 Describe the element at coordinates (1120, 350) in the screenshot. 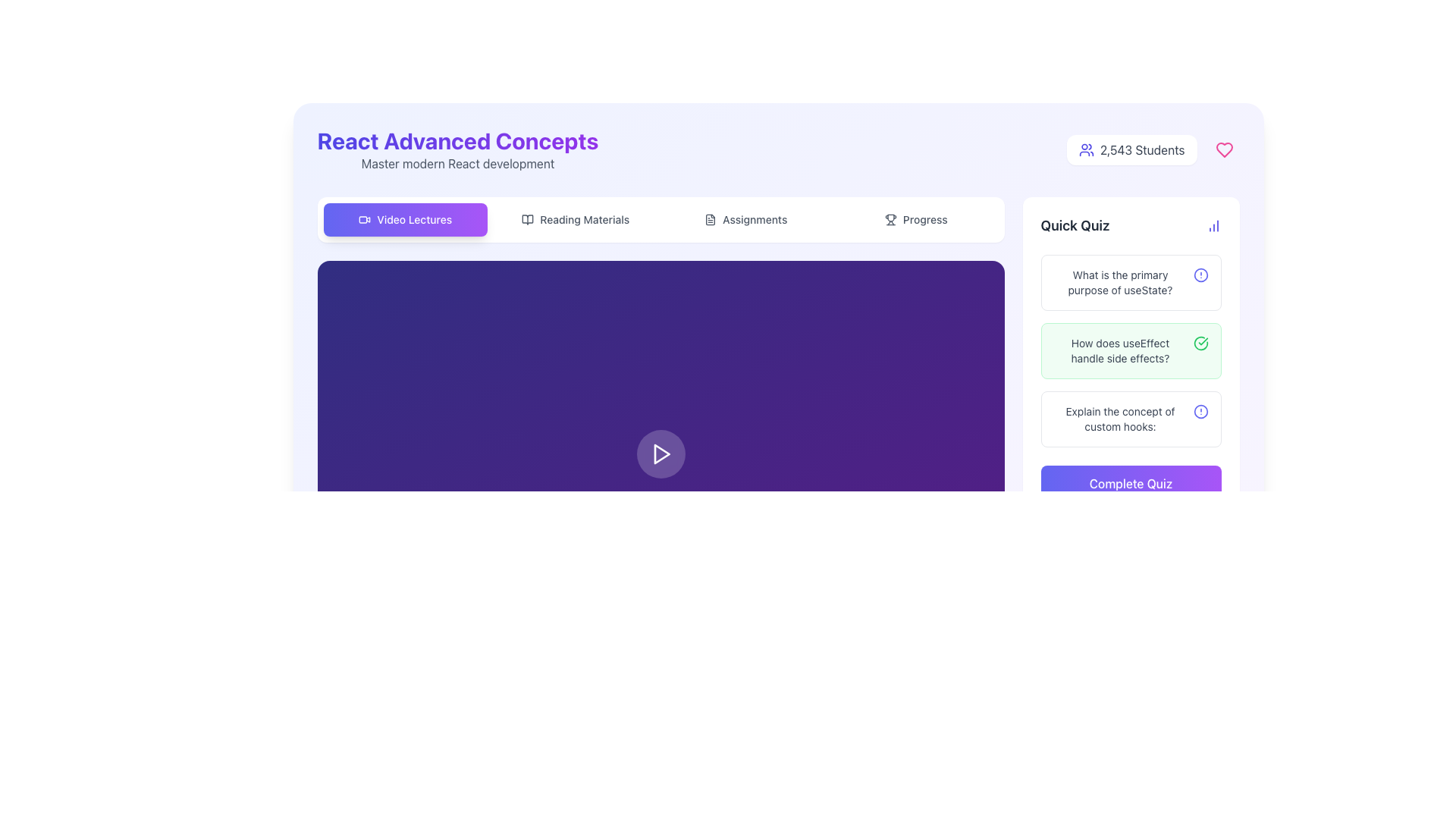

I see `the text label or heading in the 'Quick Quiz' section, which serves as a question prompt for user interaction, located between 'What is the primary purpose of useState?' and 'Explain the concept of custom hooks:'` at that location.